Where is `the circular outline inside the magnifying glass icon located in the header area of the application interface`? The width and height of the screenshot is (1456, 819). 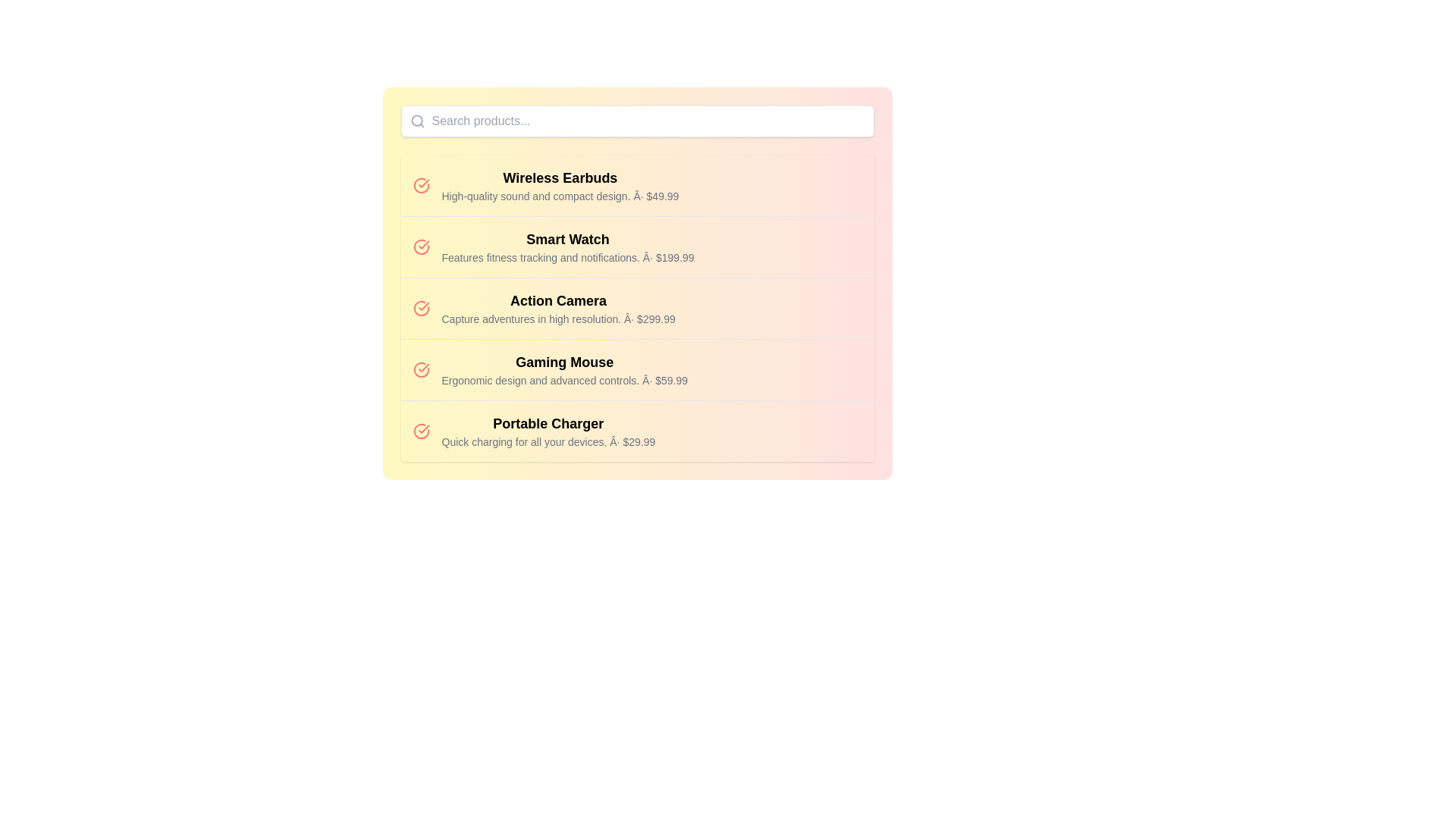 the circular outline inside the magnifying glass icon located in the header area of the application interface is located at coordinates (416, 120).